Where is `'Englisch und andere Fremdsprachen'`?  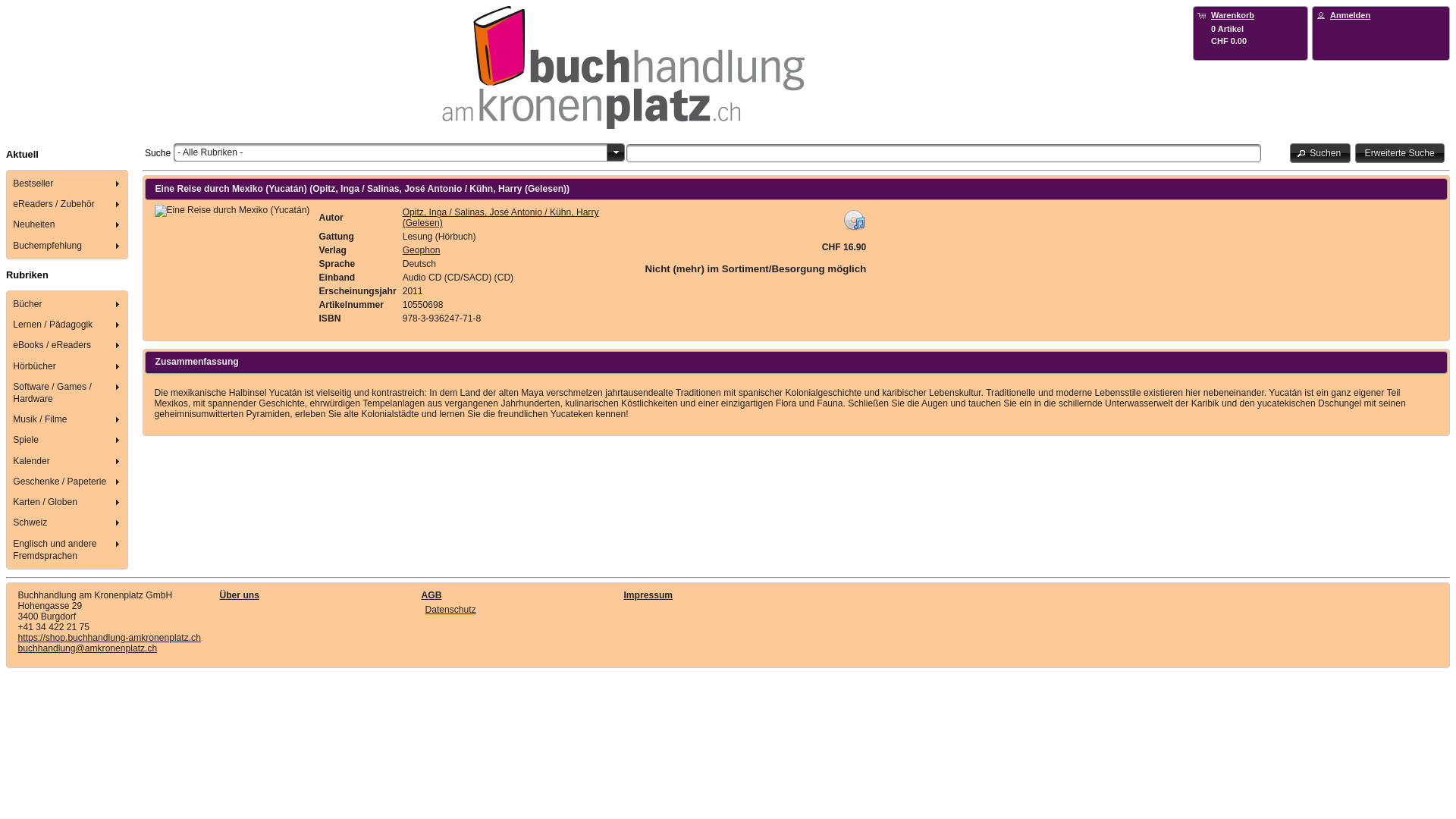
'Englisch und andere Fremdsprachen' is located at coordinates (10, 549).